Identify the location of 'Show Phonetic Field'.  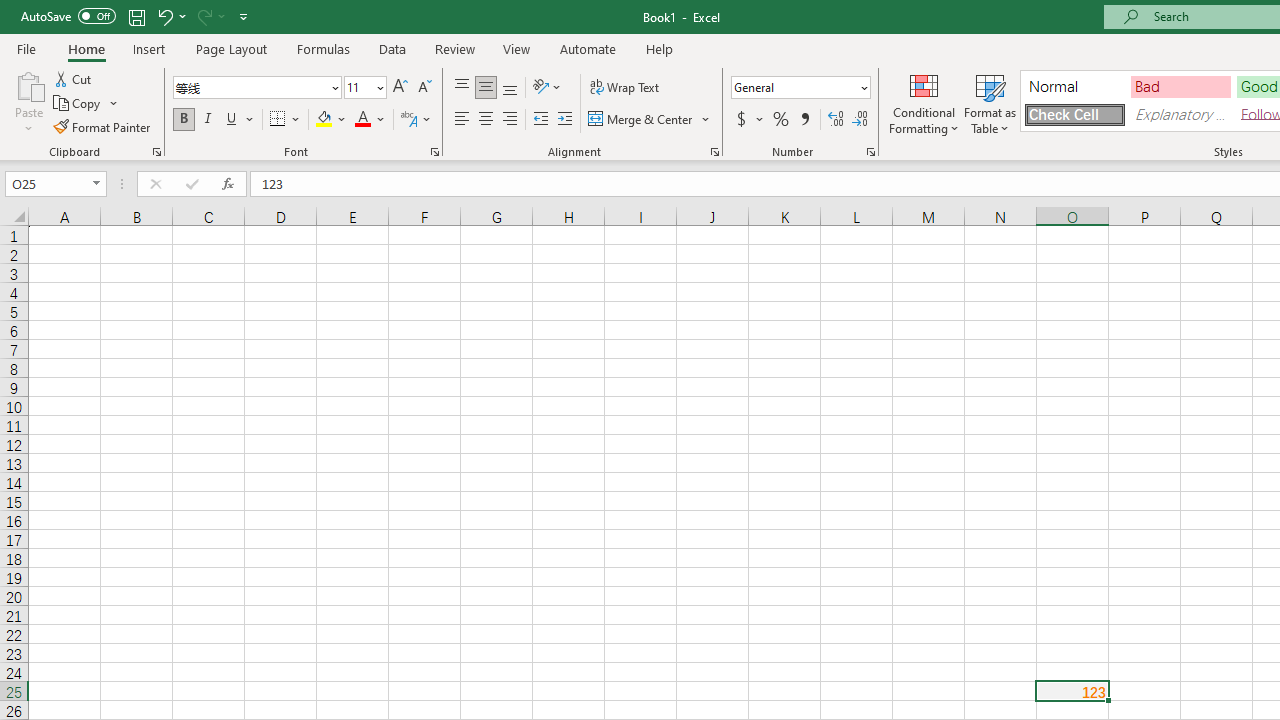
(415, 119).